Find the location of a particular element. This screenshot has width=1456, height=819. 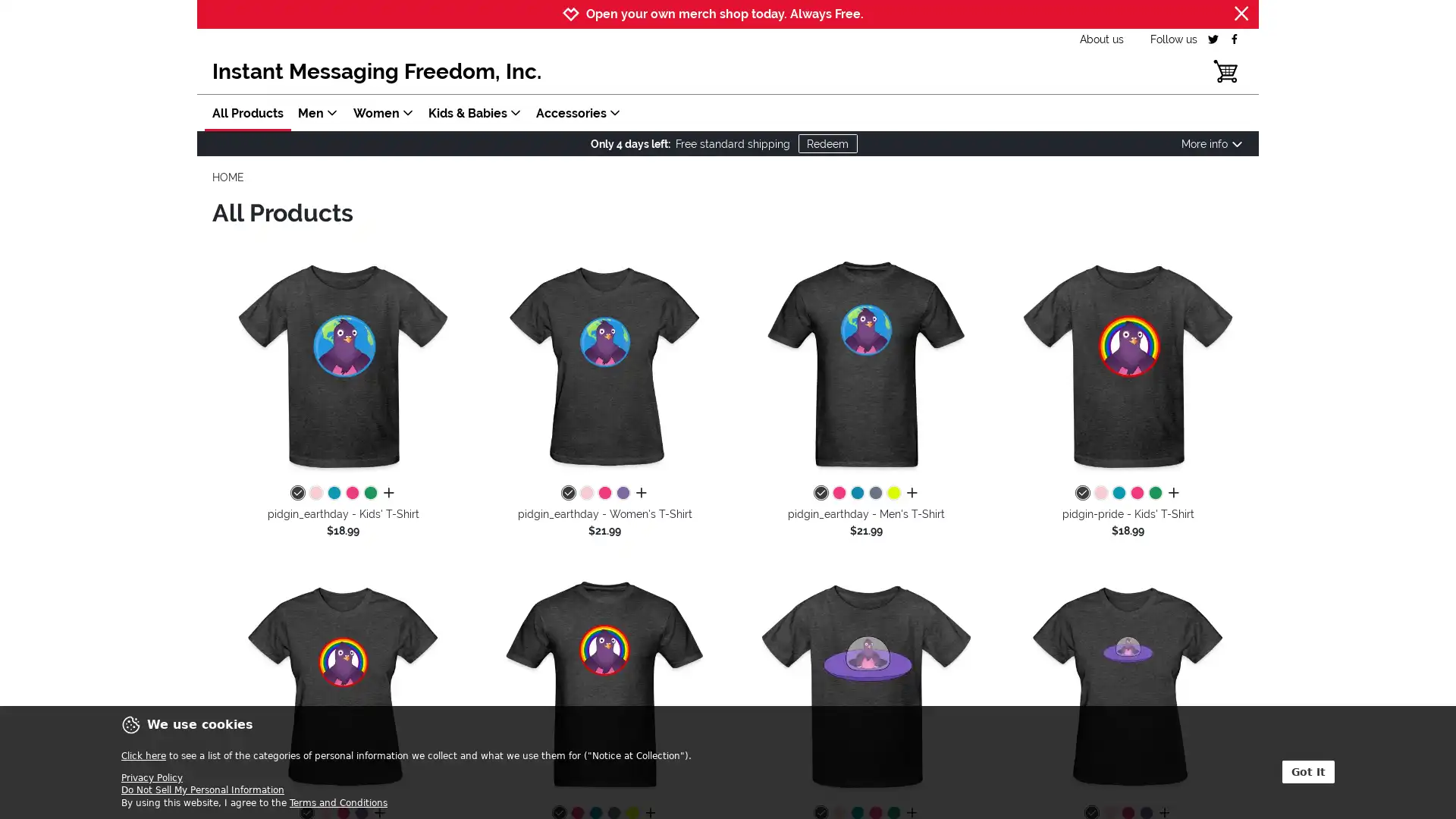

More info is located at coordinates (1211, 143).